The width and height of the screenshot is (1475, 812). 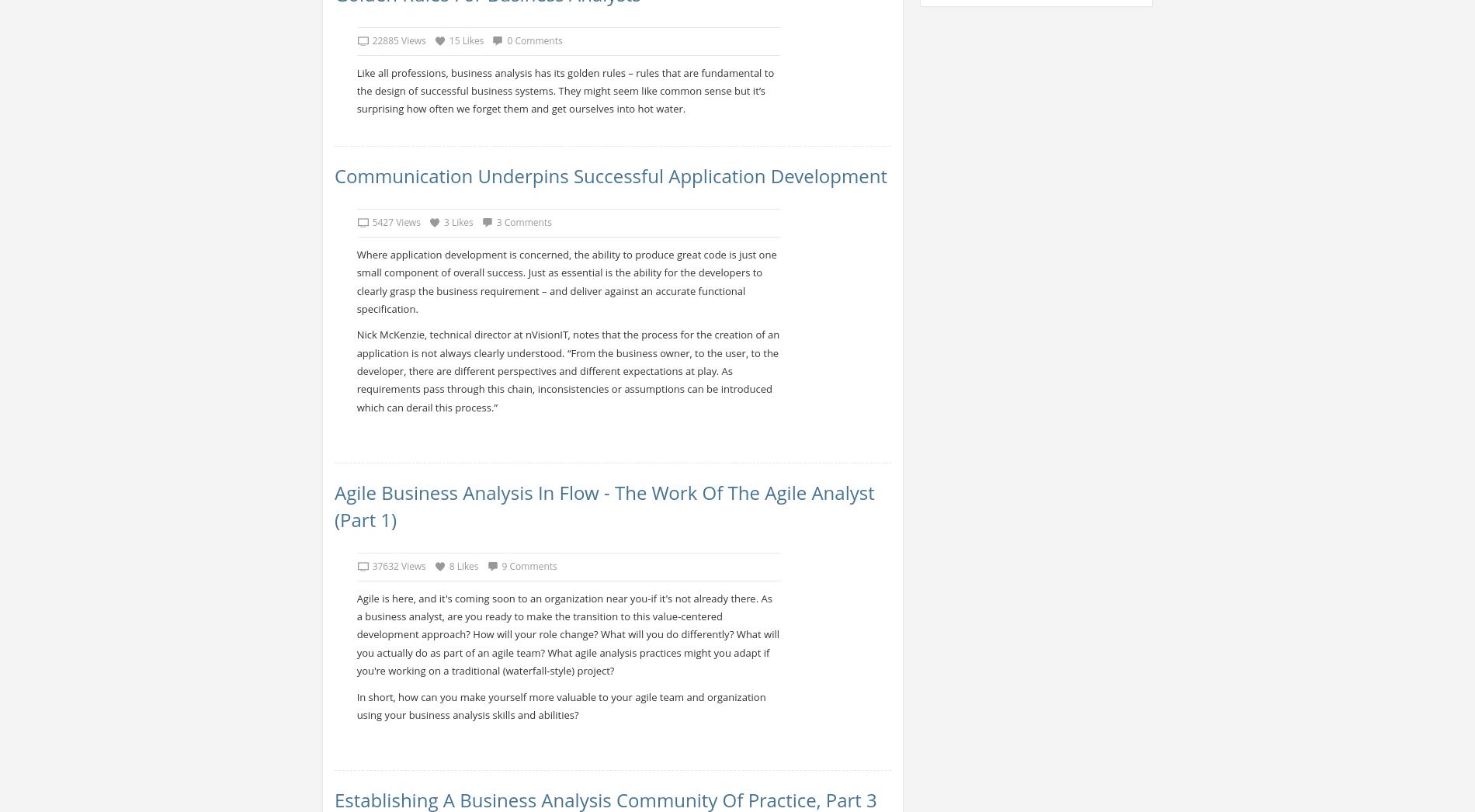 I want to click on '3 Comments', so click(x=523, y=222).